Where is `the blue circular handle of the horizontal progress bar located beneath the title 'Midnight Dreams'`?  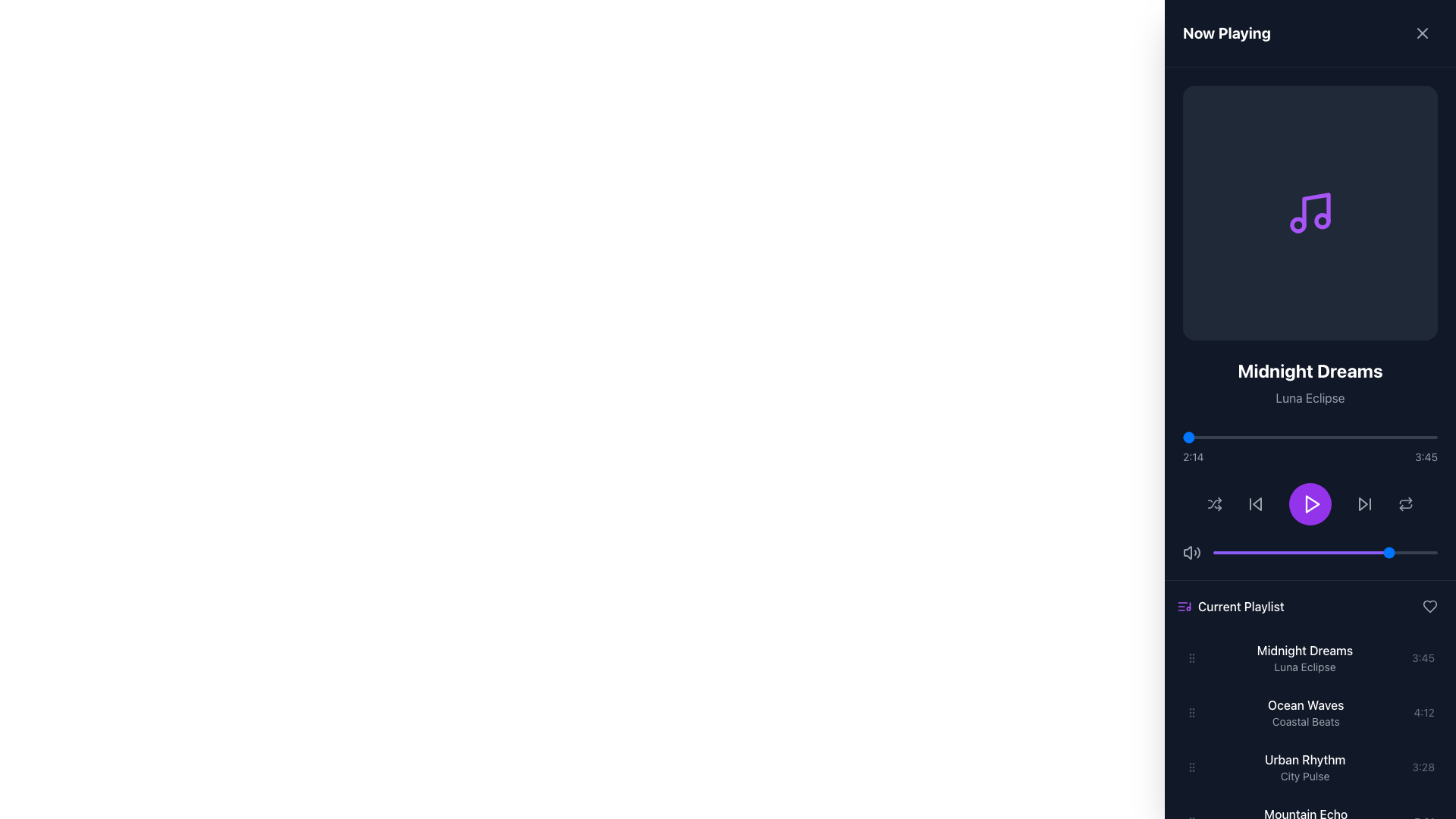
the blue circular handle of the horizontal progress bar located beneath the title 'Midnight Dreams' is located at coordinates (1310, 435).